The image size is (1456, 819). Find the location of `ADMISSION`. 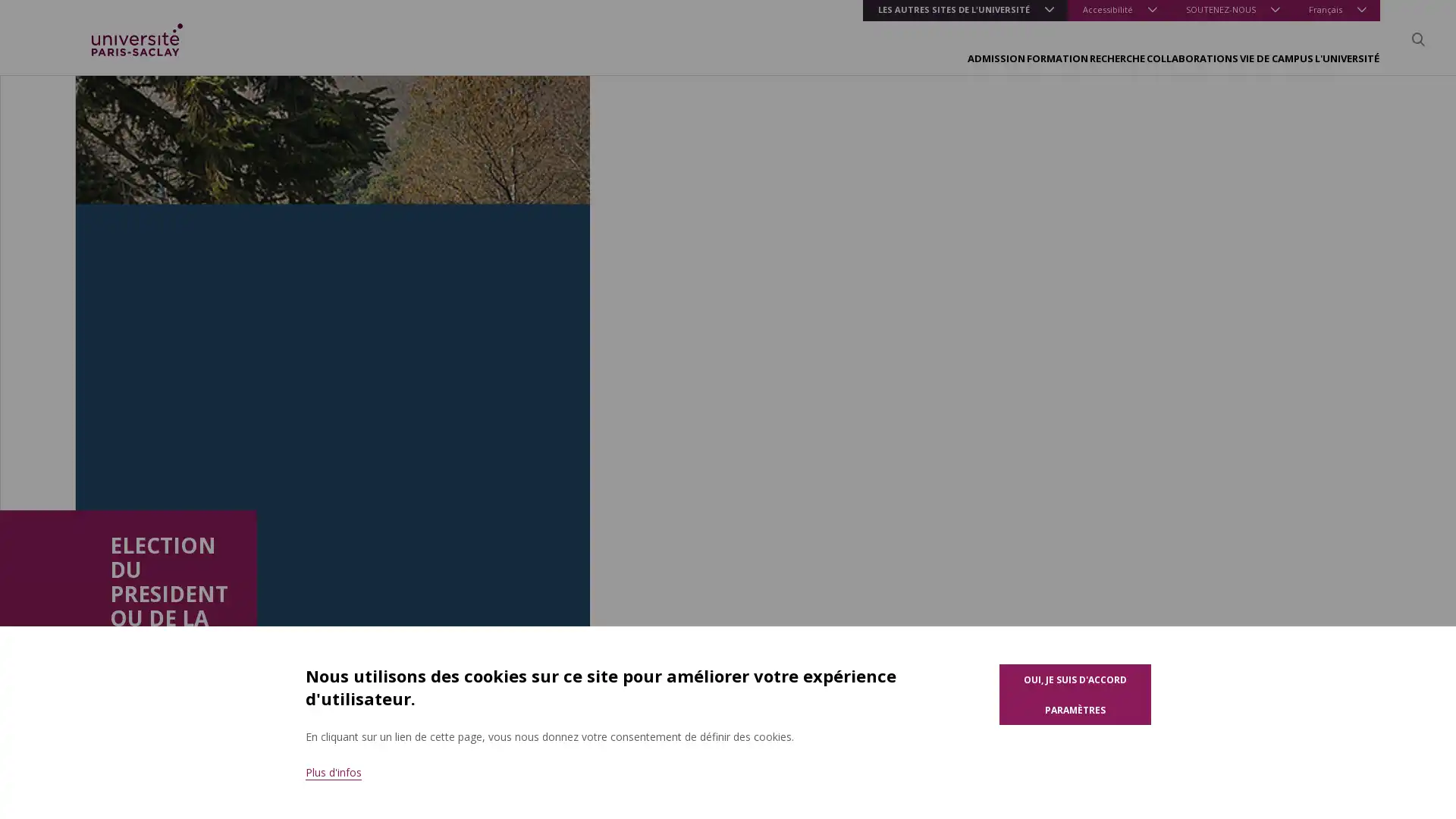

ADMISSION is located at coordinates (758, 52).